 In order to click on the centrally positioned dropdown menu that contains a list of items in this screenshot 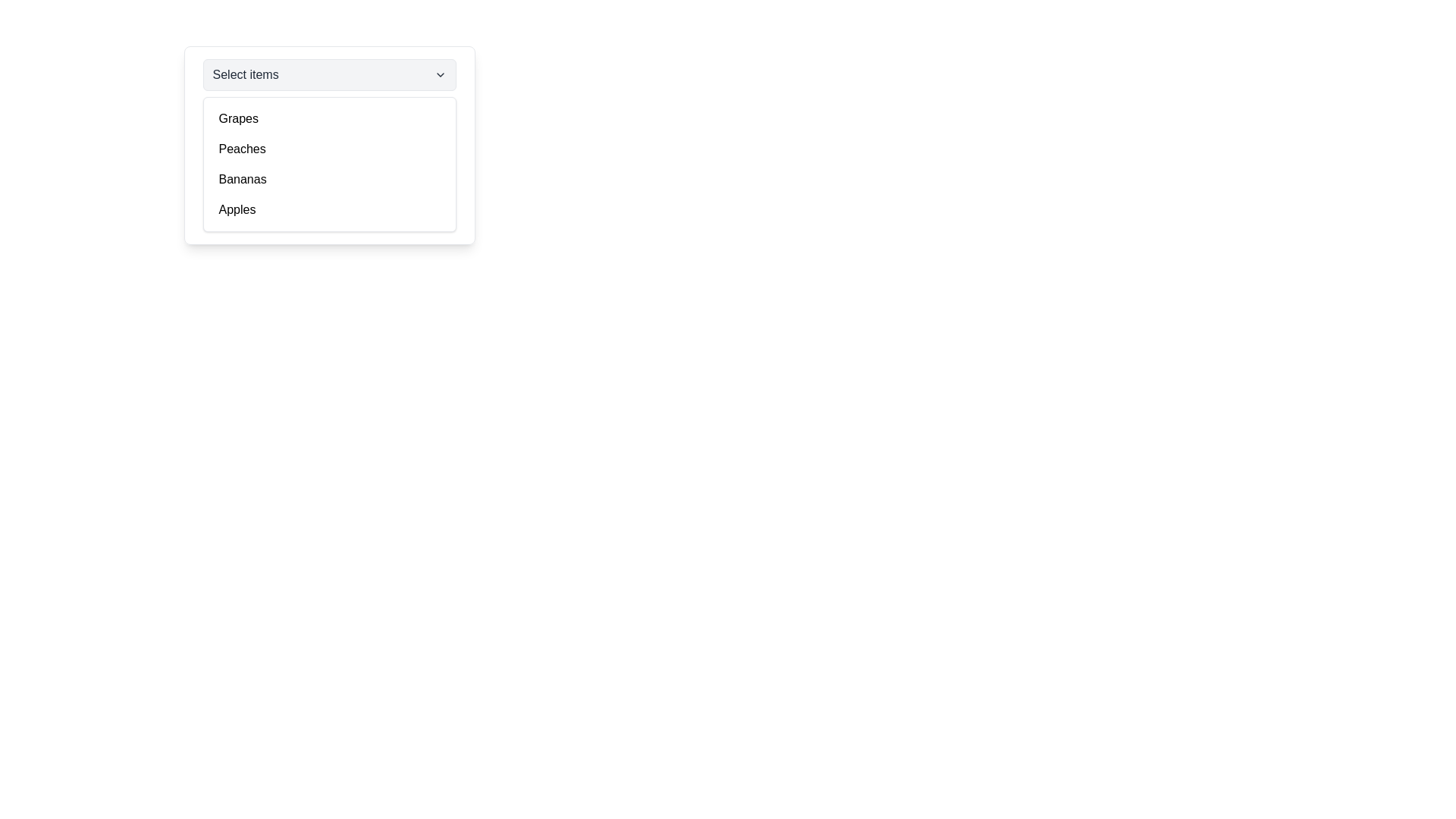, I will do `click(328, 146)`.